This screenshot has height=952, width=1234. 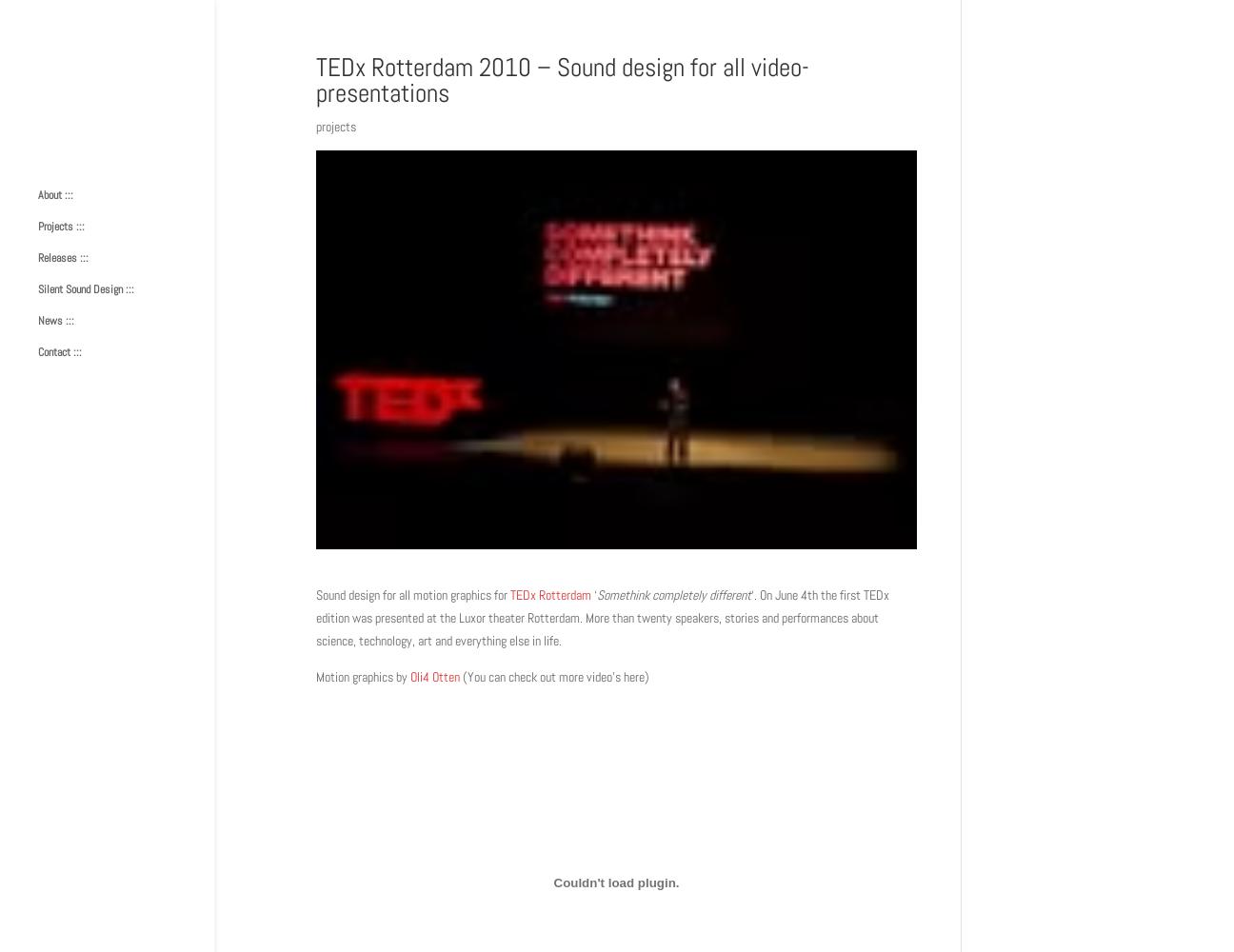 I want to click on 'Motion graphics by', so click(x=362, y=675).